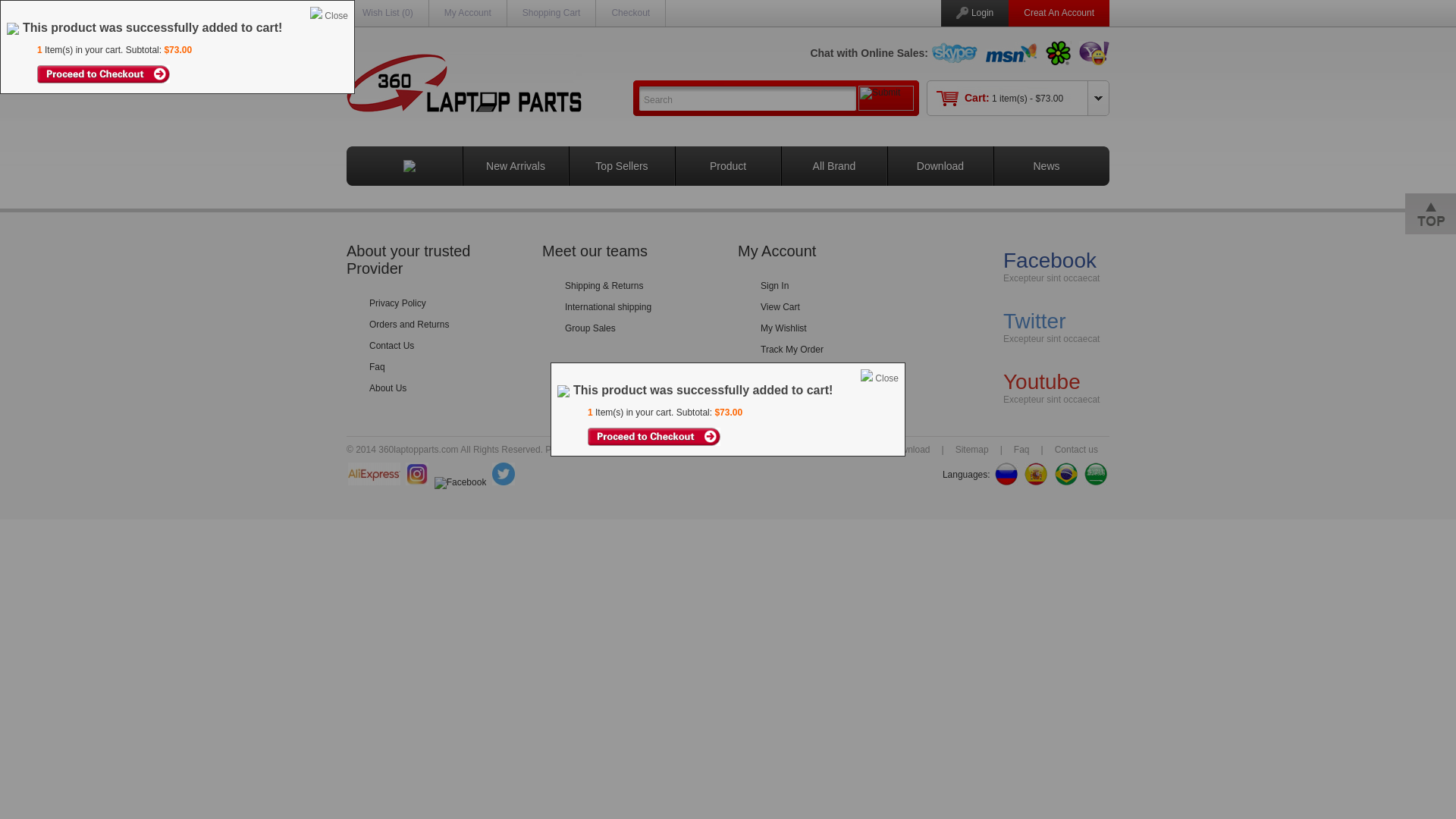 This screenshot has height=819, width=1456. I want to click on 'Top Sellers', so click(621, 166).